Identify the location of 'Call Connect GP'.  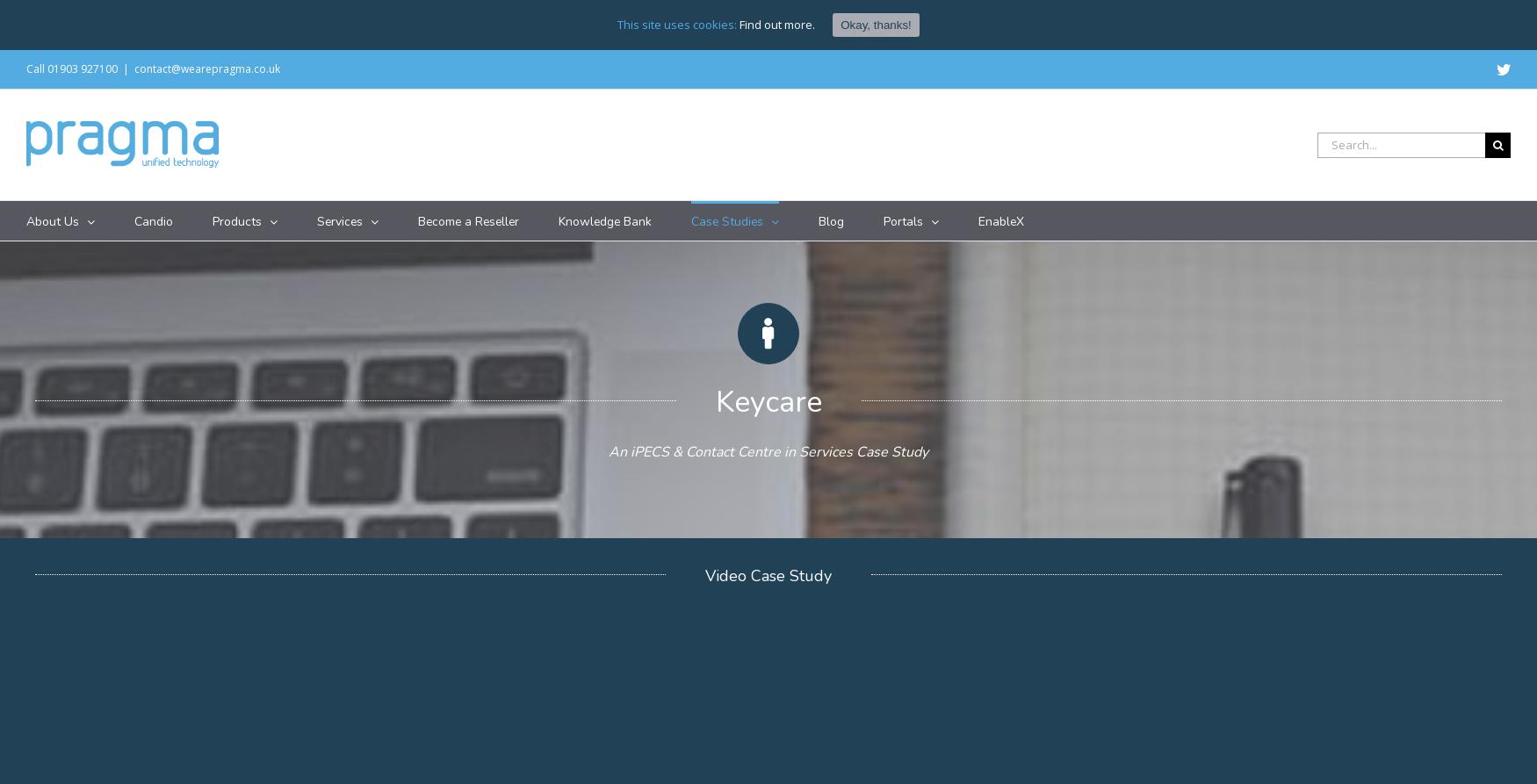
(545, 349).